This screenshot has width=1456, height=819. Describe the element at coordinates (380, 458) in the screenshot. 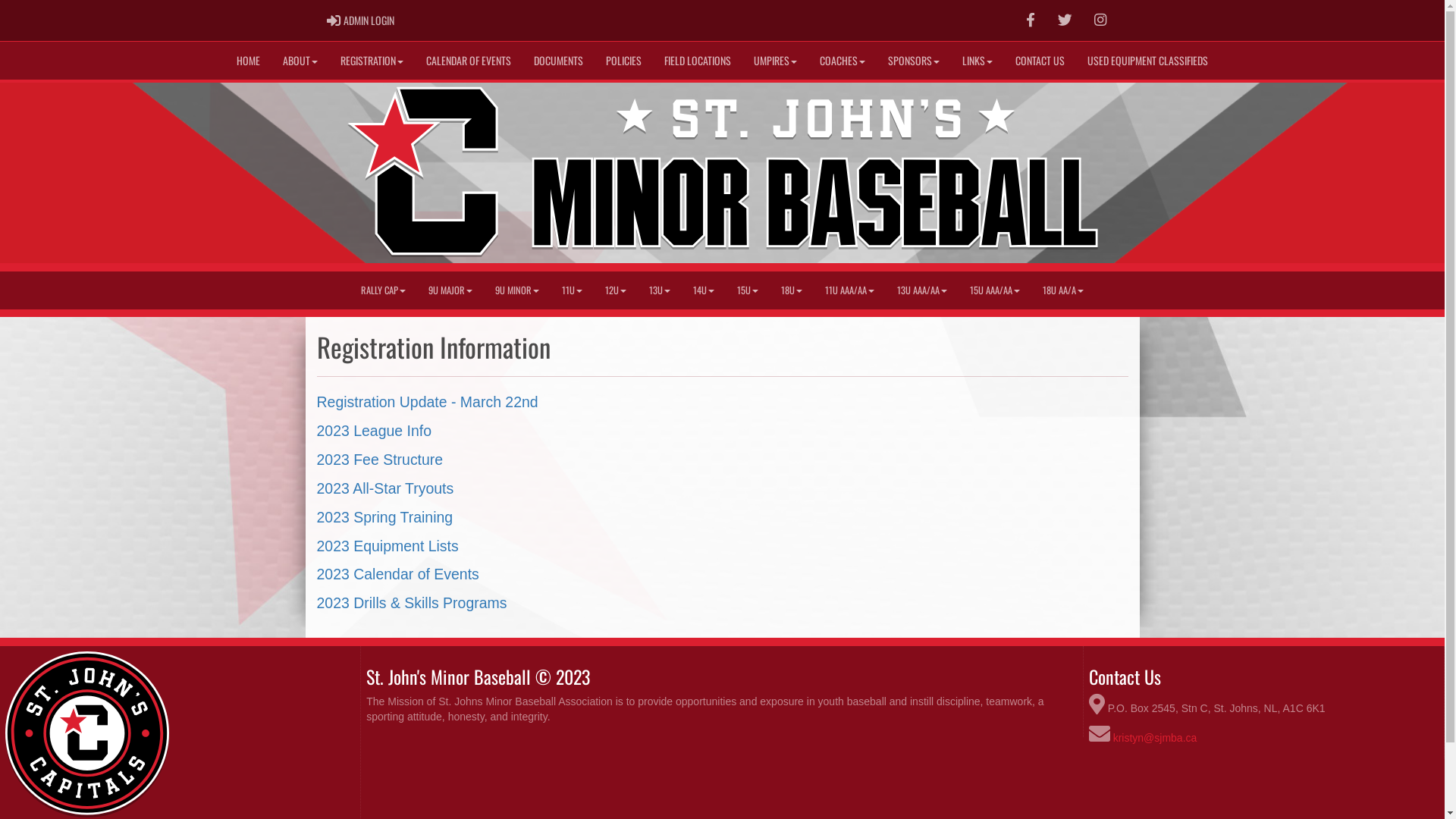

I see `'2023 Fee Structure'` at that location.